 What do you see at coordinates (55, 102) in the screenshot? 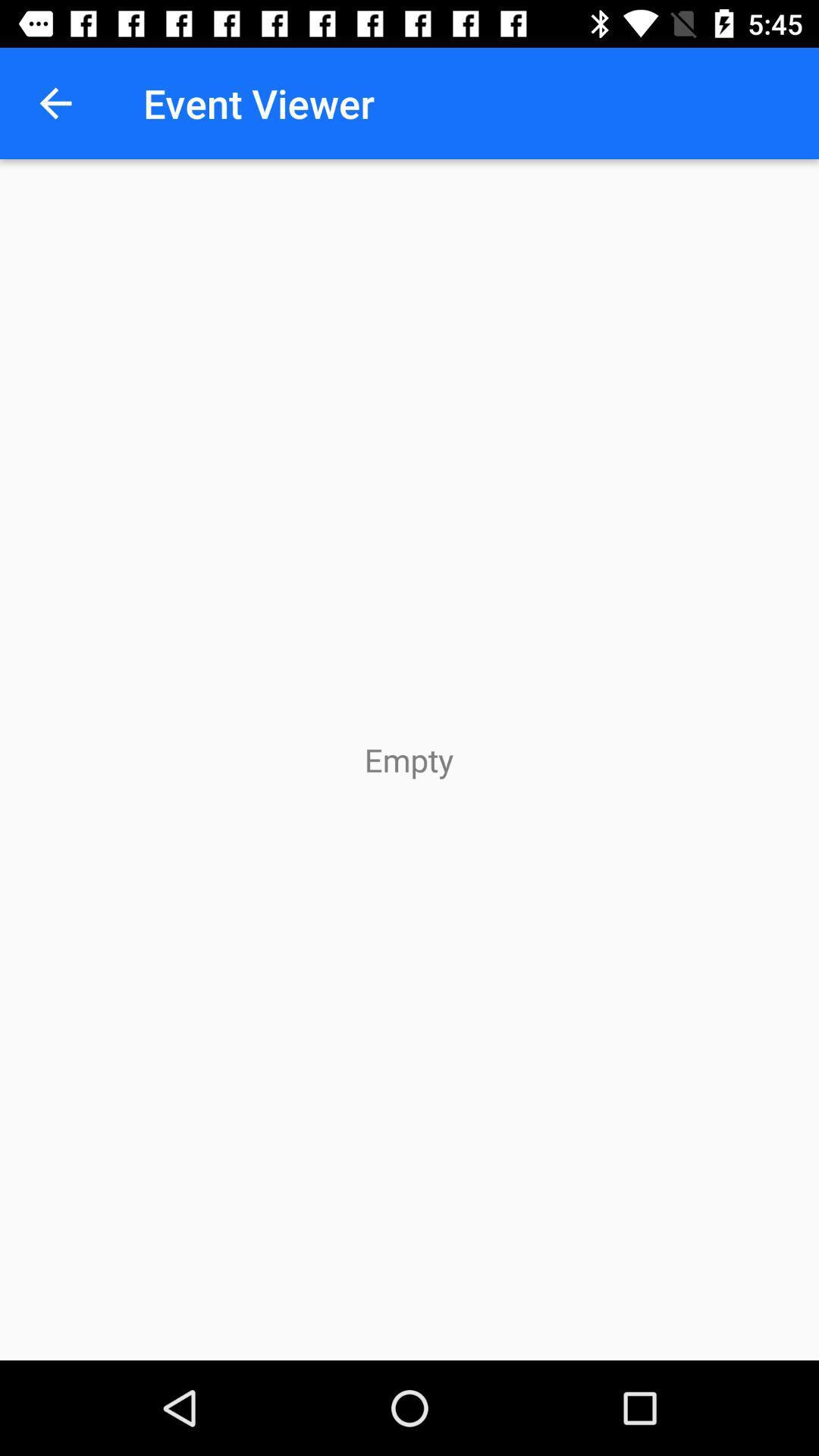
I see `item to the left of event viewer` at bounding box center [55, 102].